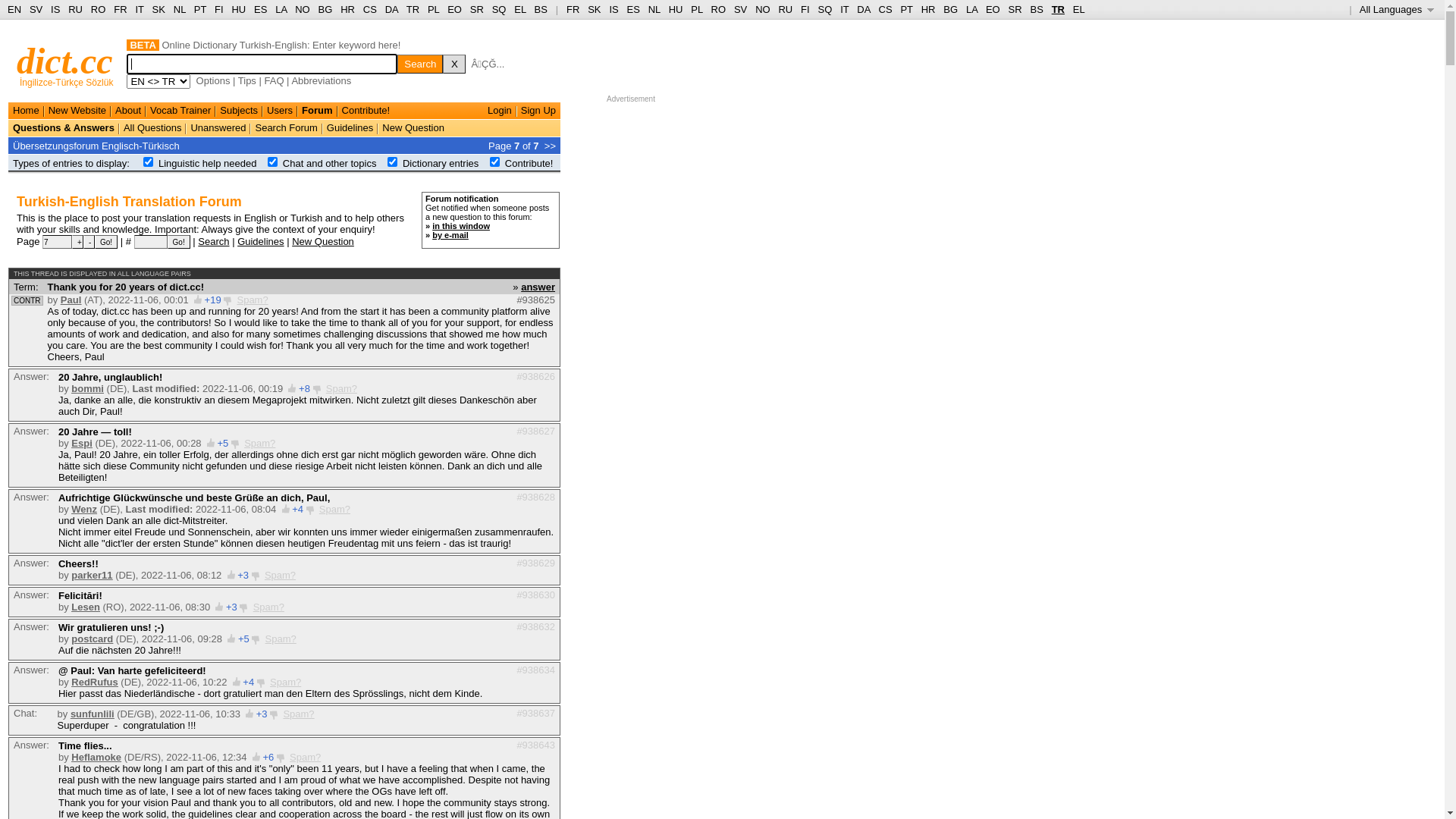 Image resolution: width=1456 pixels, height=819 pixels. Describe the element at coordinates (340, 388) in the screenshot. I see `'Spam?'` at that location.